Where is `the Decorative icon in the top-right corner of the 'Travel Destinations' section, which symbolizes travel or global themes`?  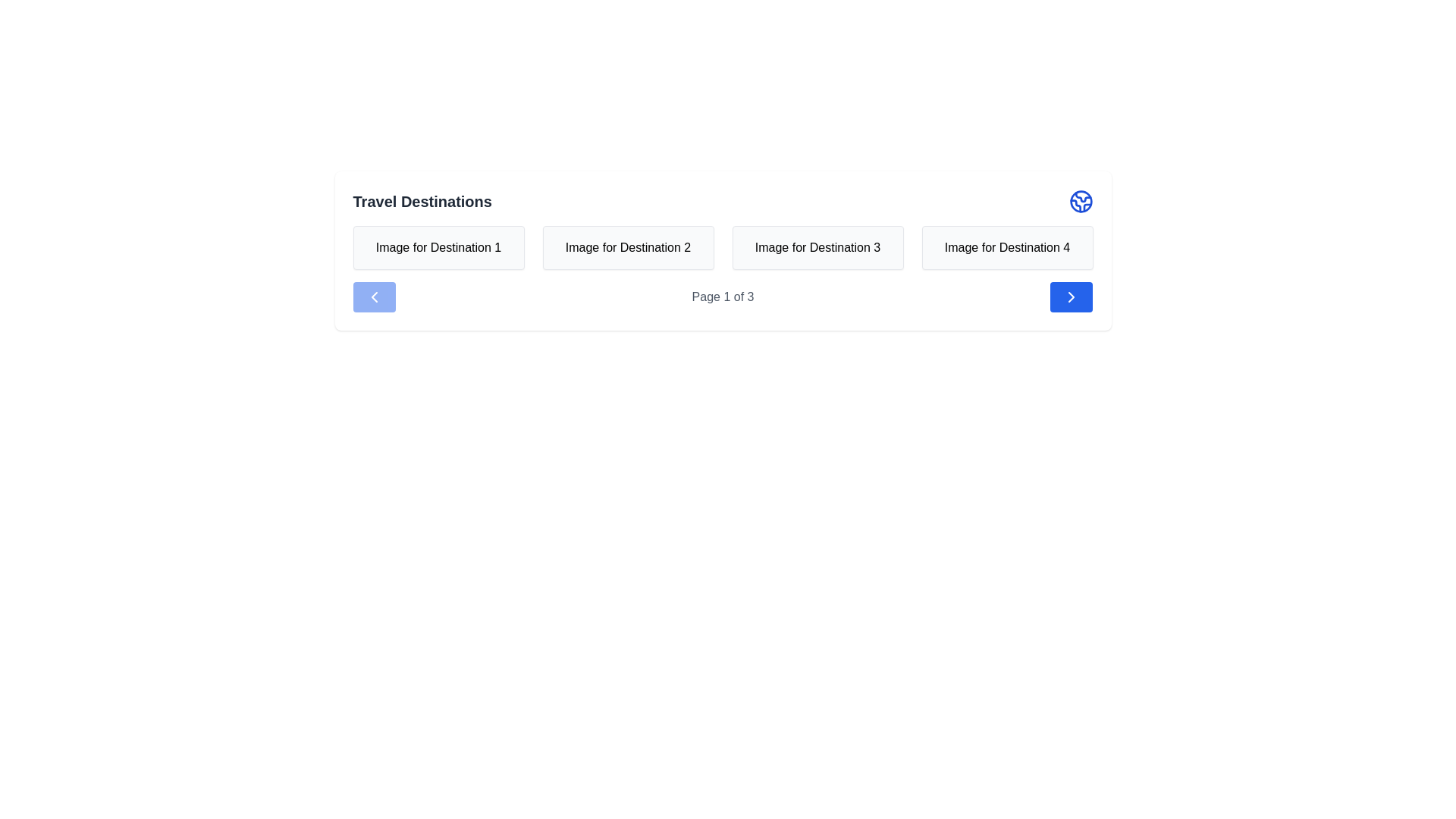
the Decorative icon in the top-right corner of the 'Travel Destinations' section, which symbolizes travel or global themes is located at coordinates (1080, 201).